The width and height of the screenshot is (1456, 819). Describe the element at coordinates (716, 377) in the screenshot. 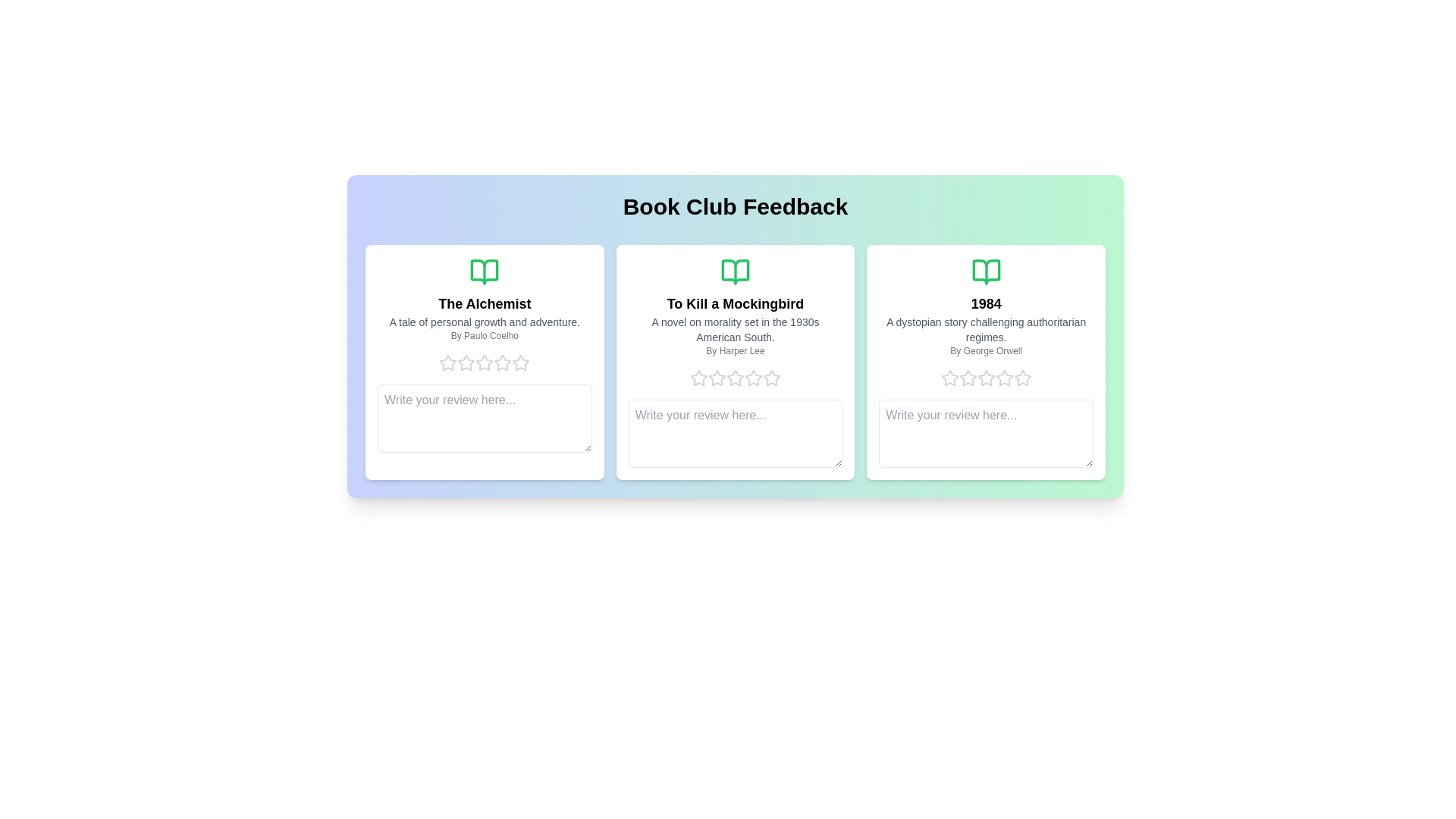

I see `the third star-shaped interactive rating icon in the 'Book Club Feedback' section for 'To Kill a Mockingbird'` at that location.